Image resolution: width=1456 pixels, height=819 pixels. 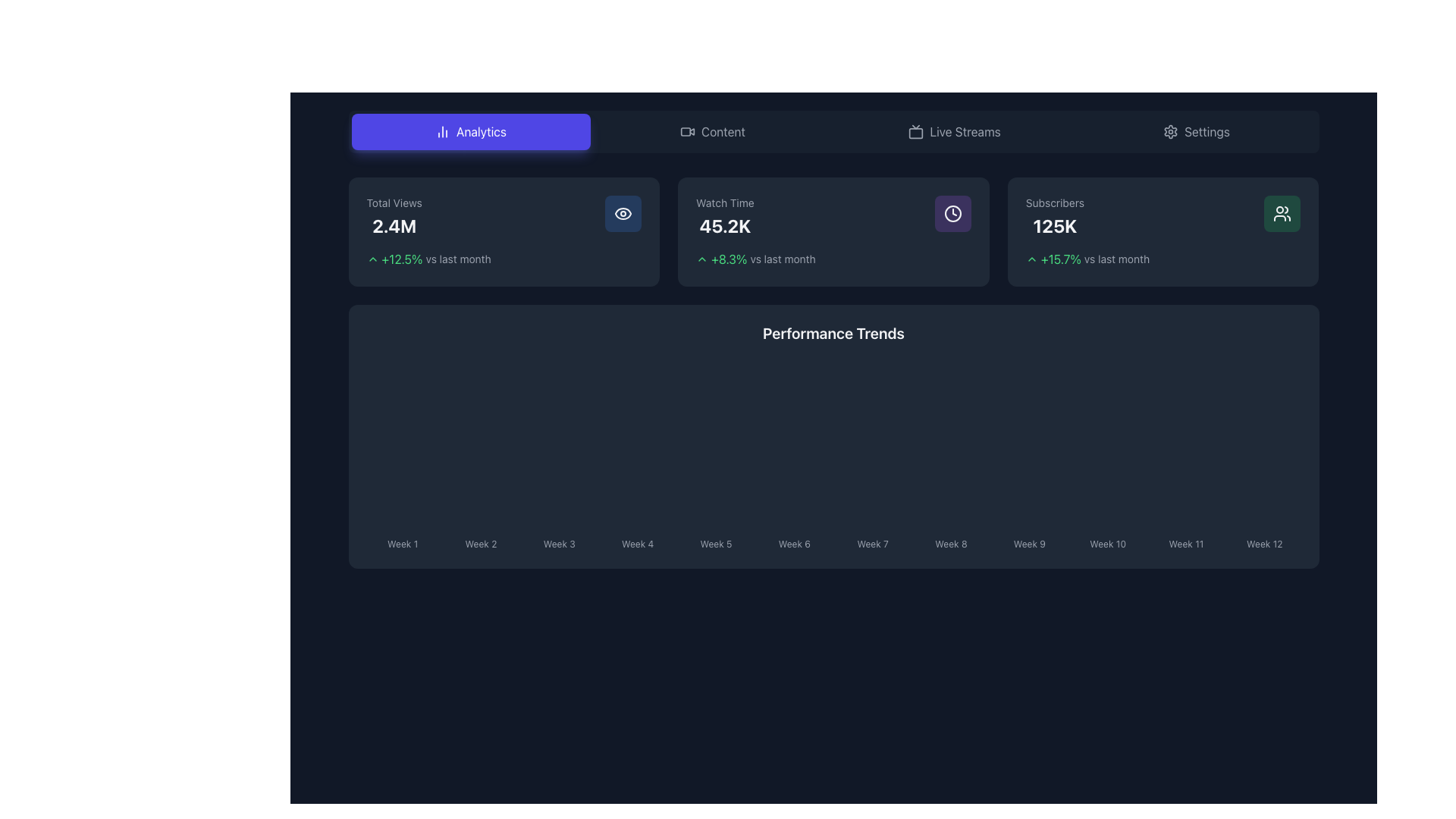 What do you see at coordinates (480, 543) in the screenshot?
I see `text label 'Week 2', which is the second entry in a horizontally aligned list of week labels located at the bottom of the performance trends section` at bounding box center [480, 543].